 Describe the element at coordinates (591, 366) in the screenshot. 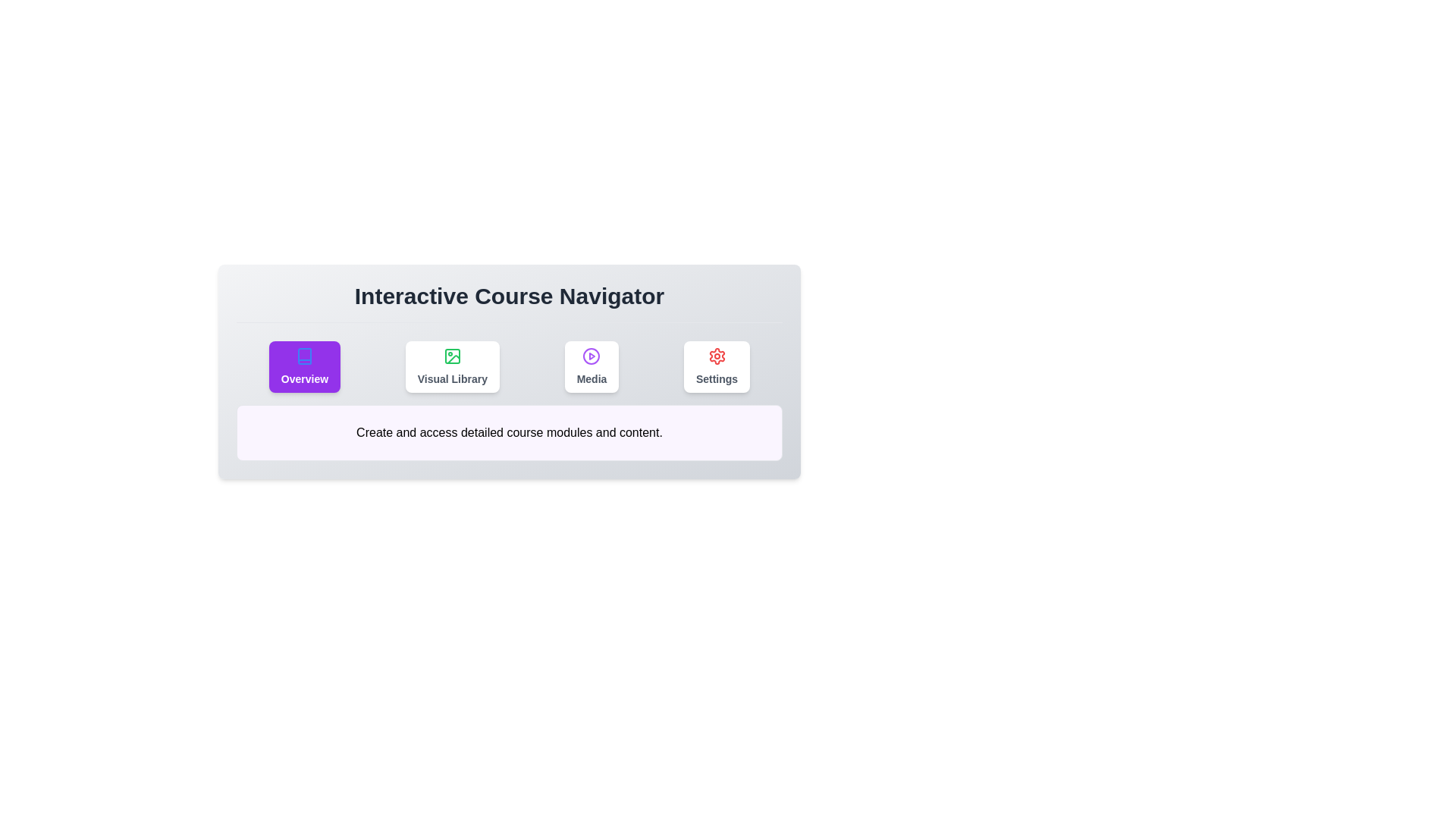

I see `the tab labeled Media` at that location.